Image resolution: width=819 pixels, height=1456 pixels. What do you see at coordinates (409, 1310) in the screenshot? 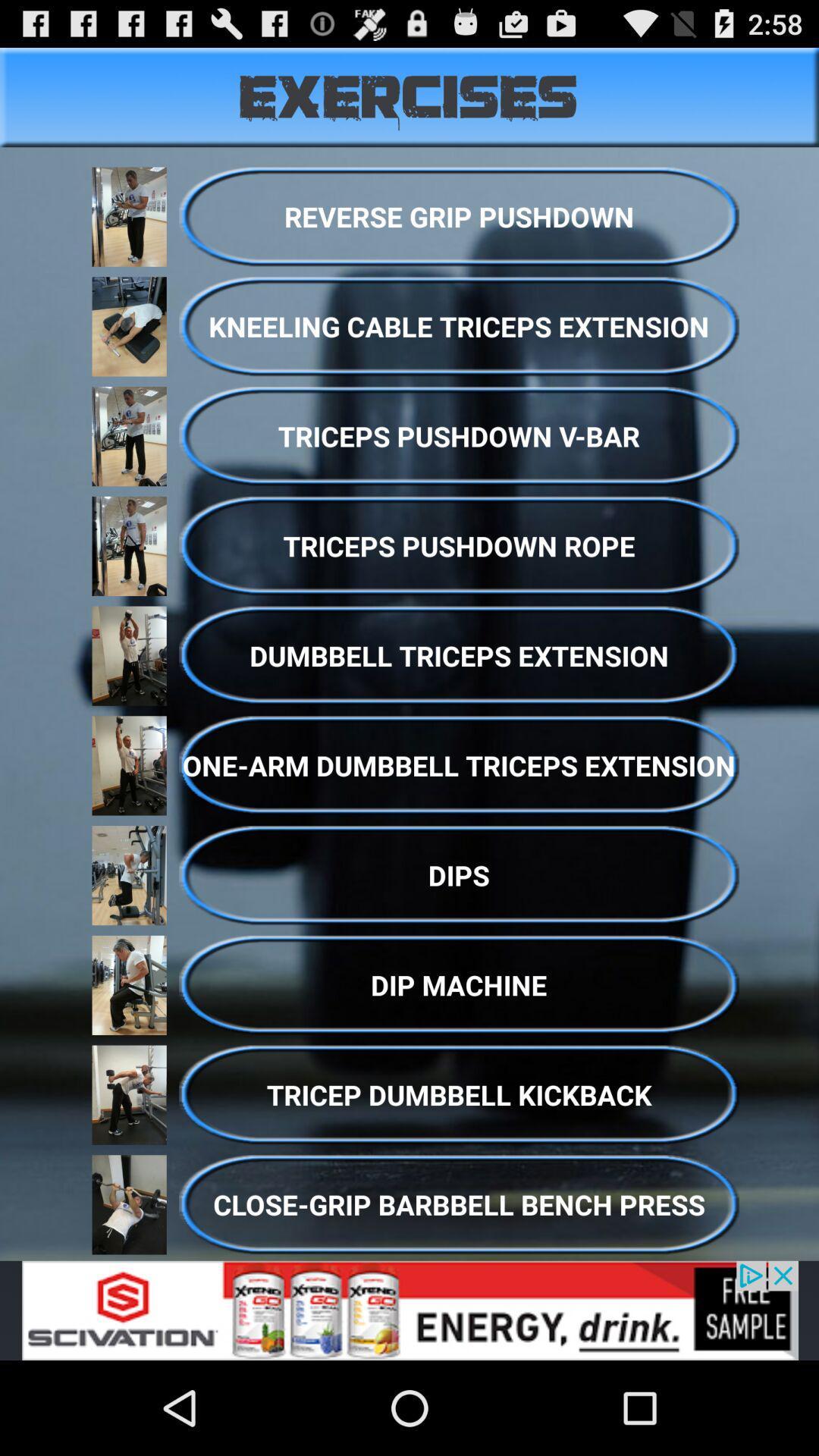
I see `advertisement` at bounding box center [409, 1310].